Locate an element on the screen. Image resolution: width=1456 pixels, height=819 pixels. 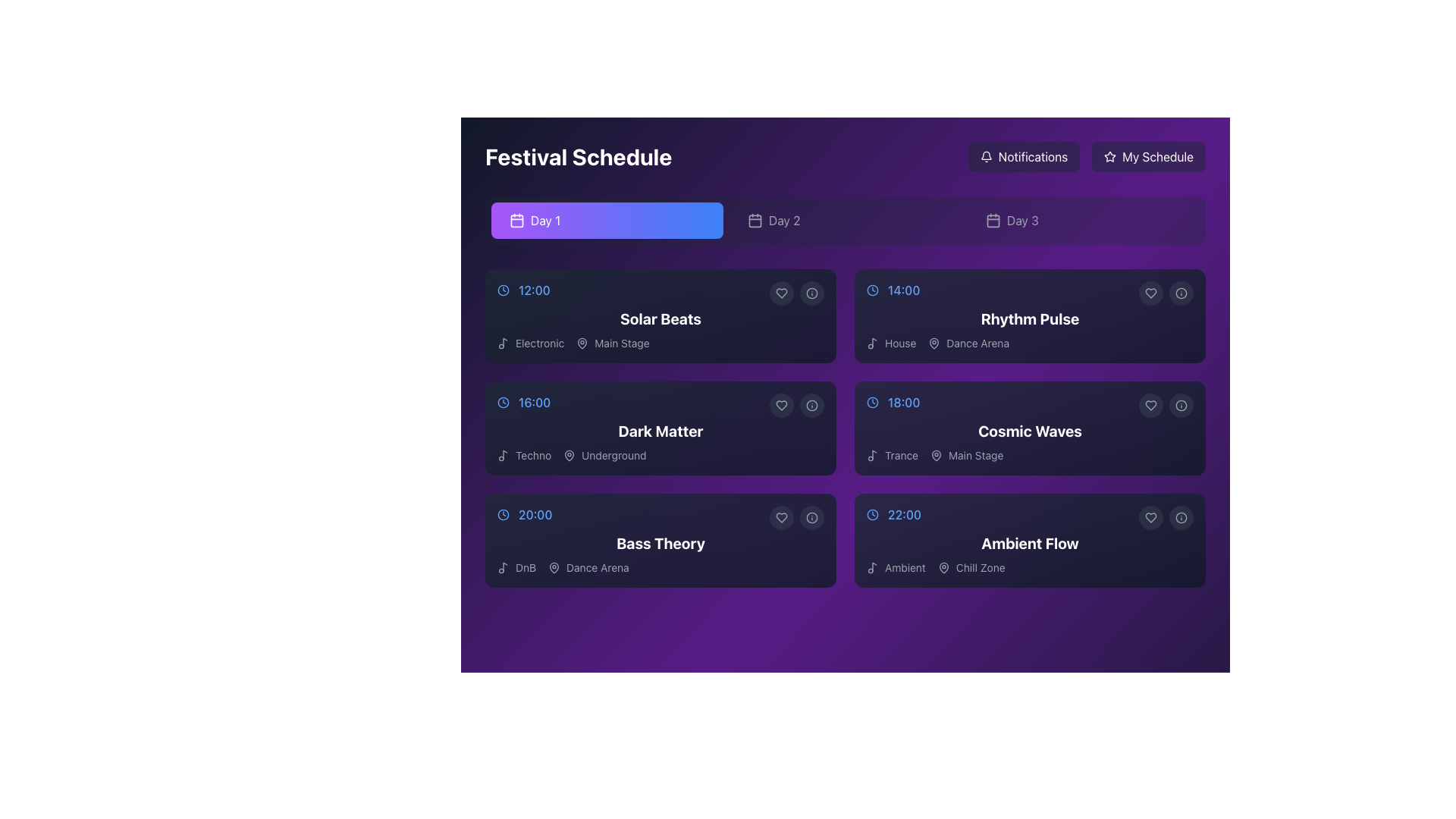
the text label indicating 'Electronic' music genre in the 'Solar Beats' event block, positioned under the time '12:00' and above the venue information is located at coordinates (540, 343).